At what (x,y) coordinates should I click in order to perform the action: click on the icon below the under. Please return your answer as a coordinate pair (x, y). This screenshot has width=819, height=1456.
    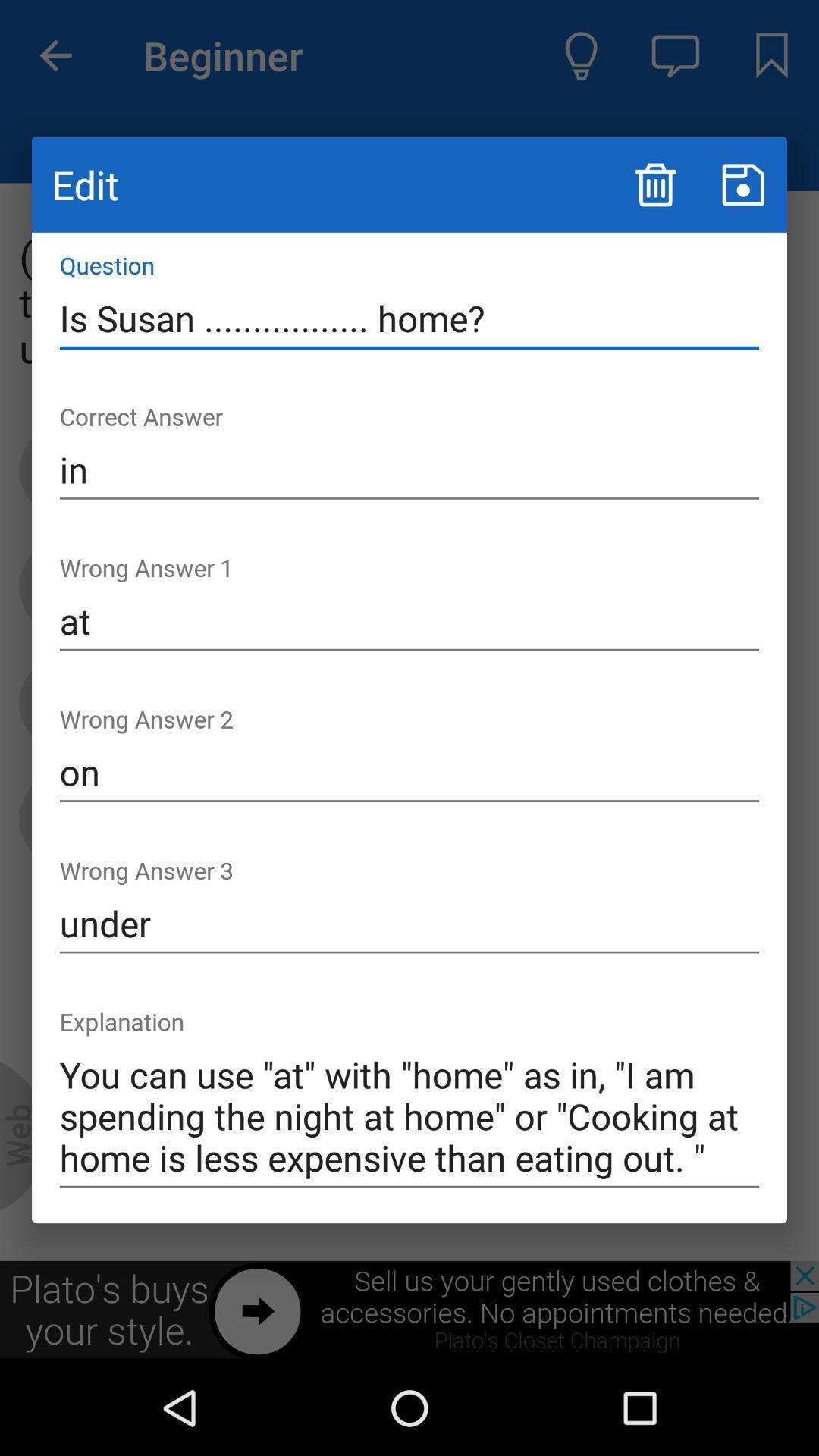
    Looking at the image, I should click on (409, 1117).